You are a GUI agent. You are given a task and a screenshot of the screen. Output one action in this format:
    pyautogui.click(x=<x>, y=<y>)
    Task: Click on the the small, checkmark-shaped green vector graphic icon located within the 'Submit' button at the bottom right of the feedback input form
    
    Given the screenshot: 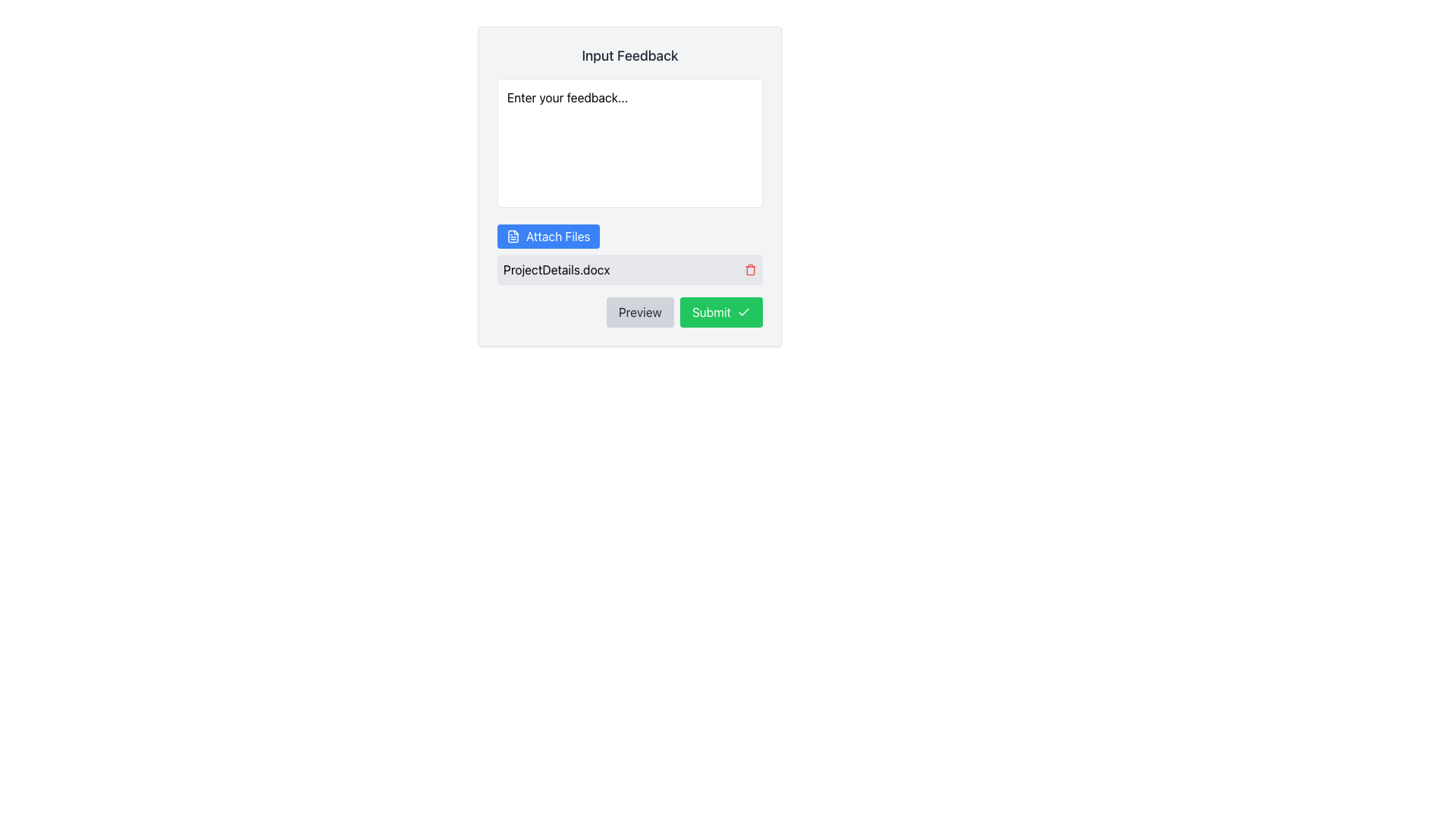 What is the action you would take?
    pyautogui.click(x=743, y=312)
    